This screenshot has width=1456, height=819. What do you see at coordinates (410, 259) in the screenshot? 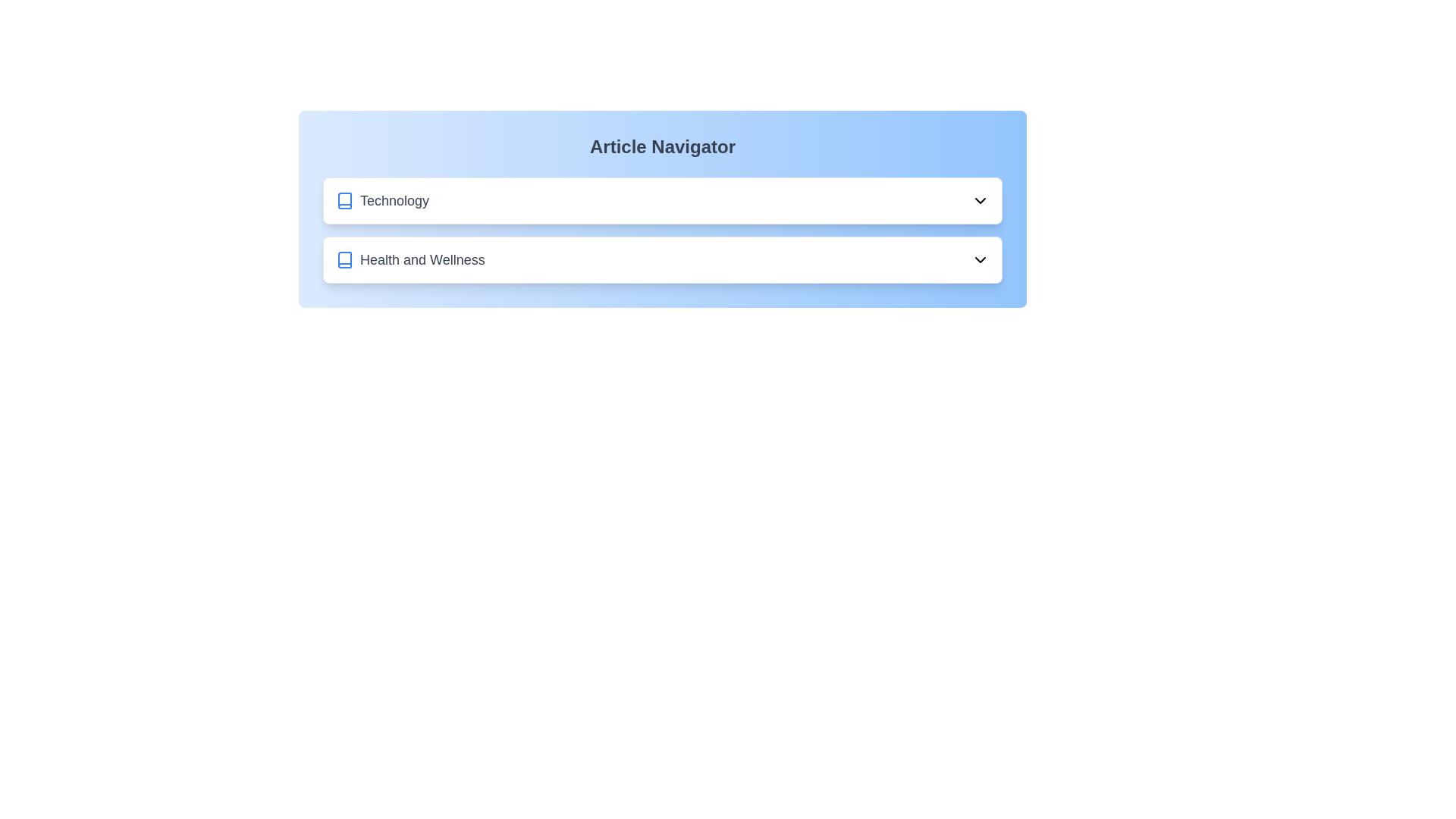
I see `the 'Health and Wellness' label with the blue open-book icon in the second row of the 'Article Navigator' section` at bounding box center [410, 259].